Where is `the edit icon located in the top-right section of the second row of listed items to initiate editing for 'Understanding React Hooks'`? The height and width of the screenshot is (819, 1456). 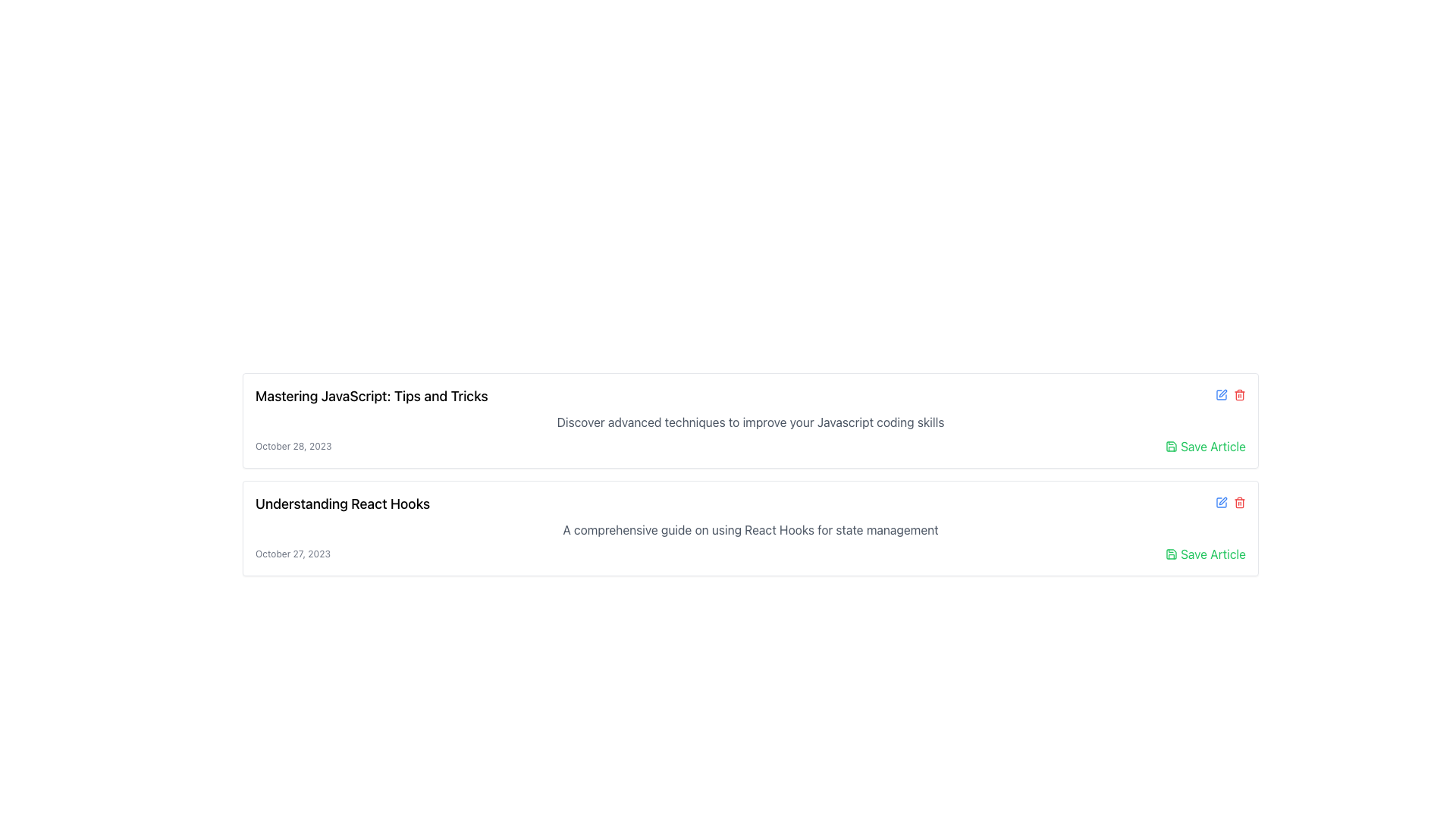 the edit icon located in the top-right section of the second row of listed items to initiate editing for 'Understanding React Hooks' is located at coordinates (1222, 503).